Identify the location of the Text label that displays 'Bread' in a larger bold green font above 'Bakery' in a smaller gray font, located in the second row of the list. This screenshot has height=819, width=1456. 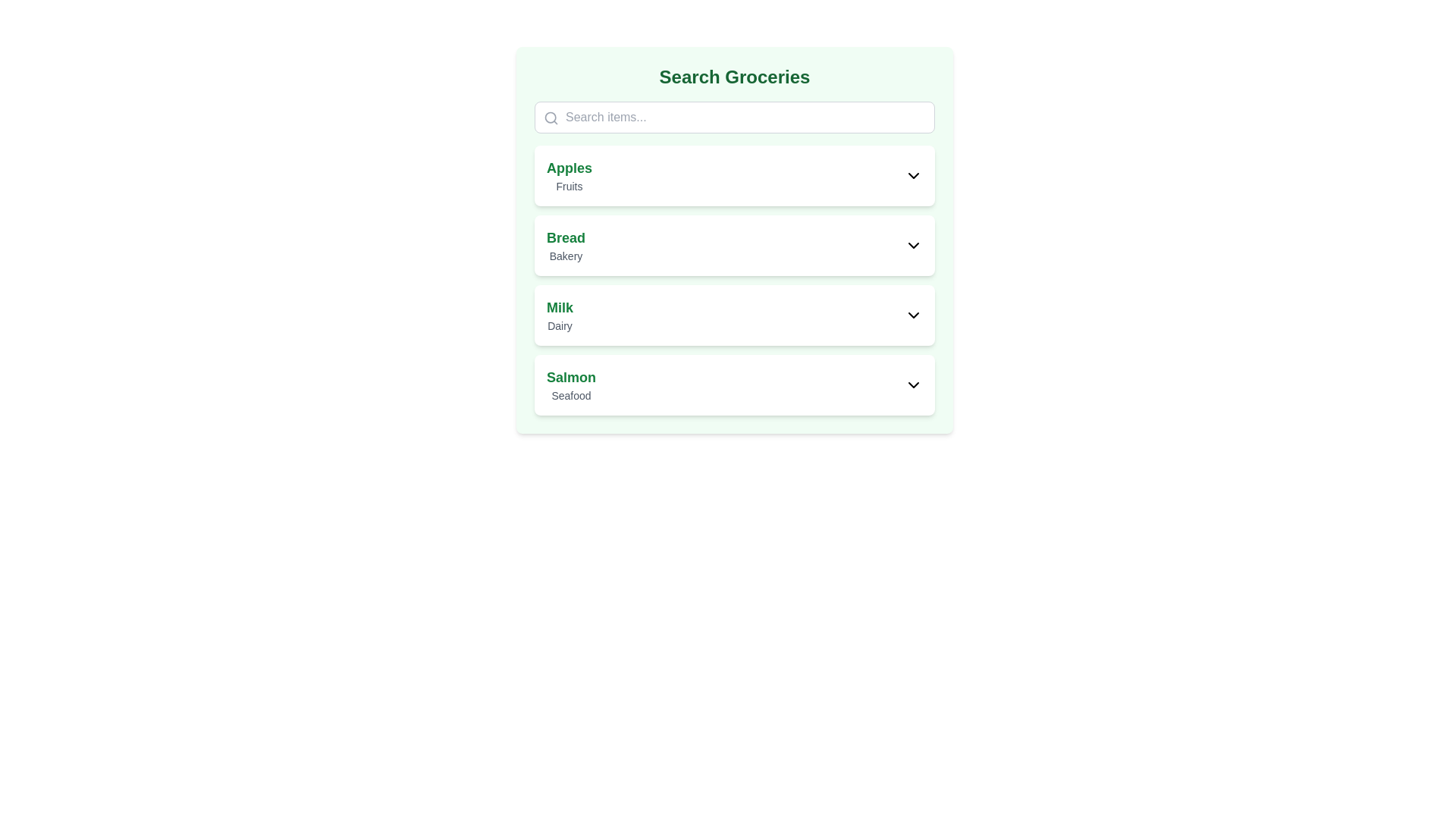
(565, 245).